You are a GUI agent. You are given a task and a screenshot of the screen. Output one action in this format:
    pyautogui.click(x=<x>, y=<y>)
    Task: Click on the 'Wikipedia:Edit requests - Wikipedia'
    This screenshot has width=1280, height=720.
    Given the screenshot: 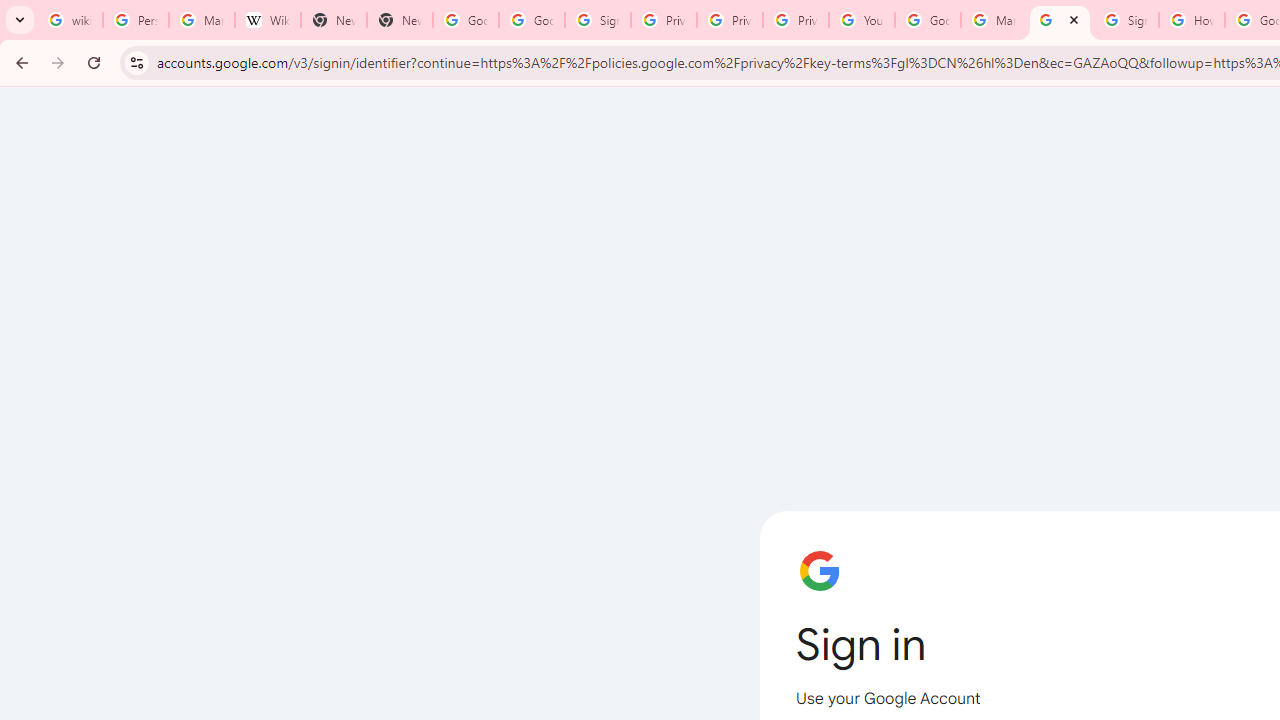 What is the action you would take?
    pyautogui.click(x=267, y=20)
    